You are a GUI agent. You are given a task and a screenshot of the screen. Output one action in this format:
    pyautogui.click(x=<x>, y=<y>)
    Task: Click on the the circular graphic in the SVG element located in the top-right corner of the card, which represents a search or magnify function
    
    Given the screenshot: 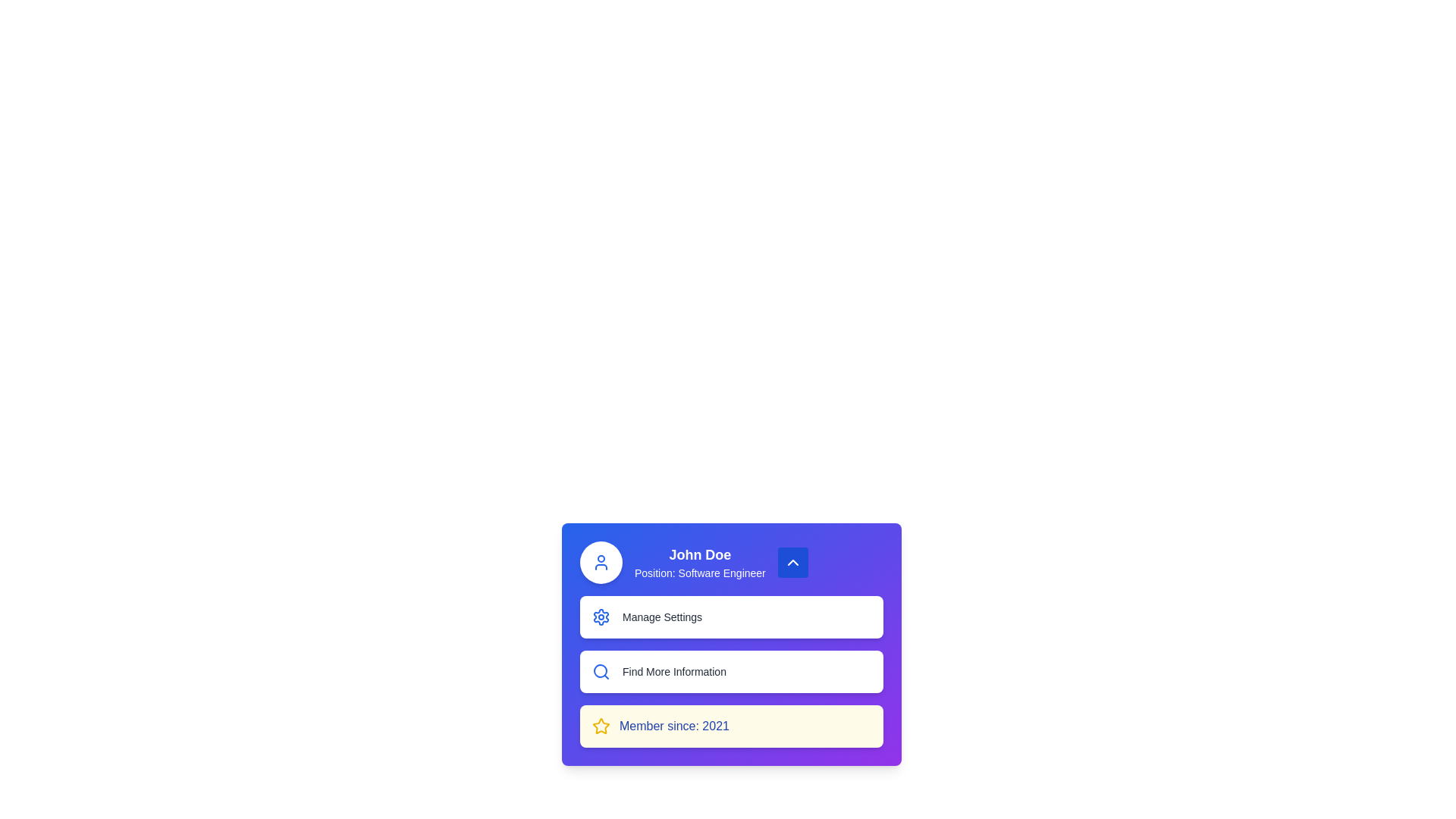 What is the action you would take?
    pyautogui.click(x=600, y=670)
    